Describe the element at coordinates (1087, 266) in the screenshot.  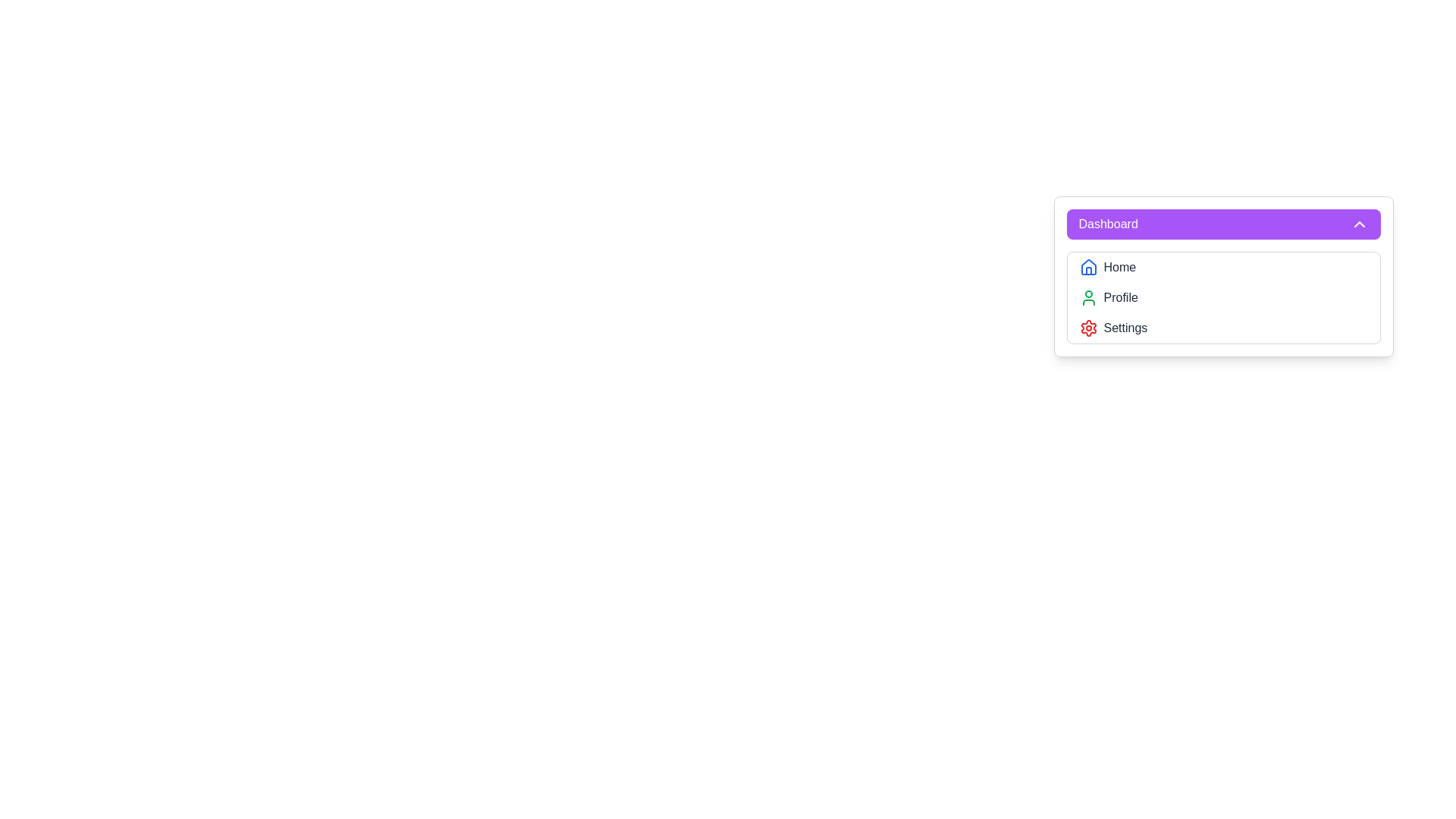
I see `the 'Home' icon in the dropdown menu under the 'Dashboard' heading, which is the first icon in a vertical list of three items` at that location.